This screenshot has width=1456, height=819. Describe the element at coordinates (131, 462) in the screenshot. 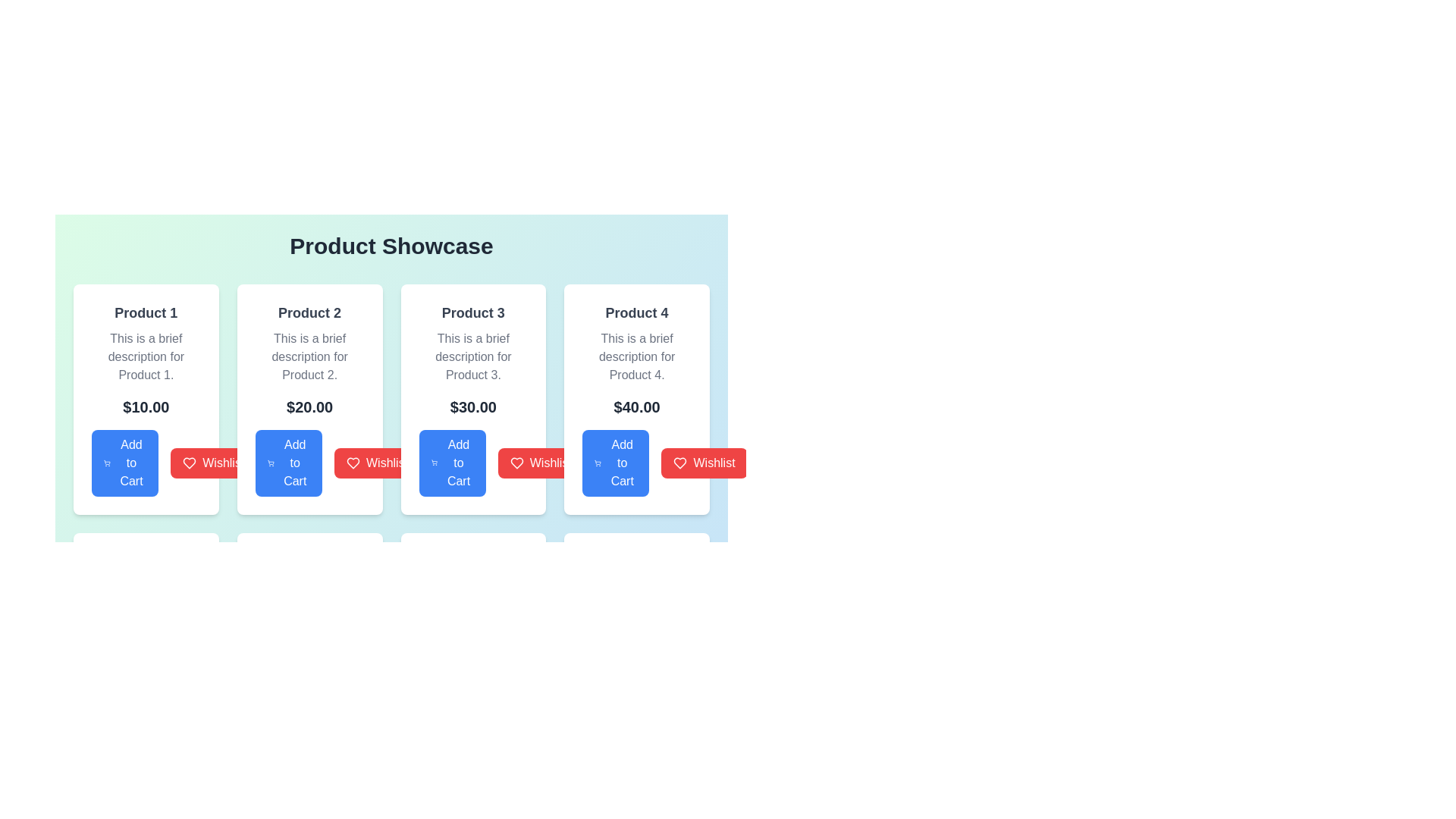

I see `the 'Add to Cart' text label within the button located in the lower section of the 'Product 1' card` at that location.